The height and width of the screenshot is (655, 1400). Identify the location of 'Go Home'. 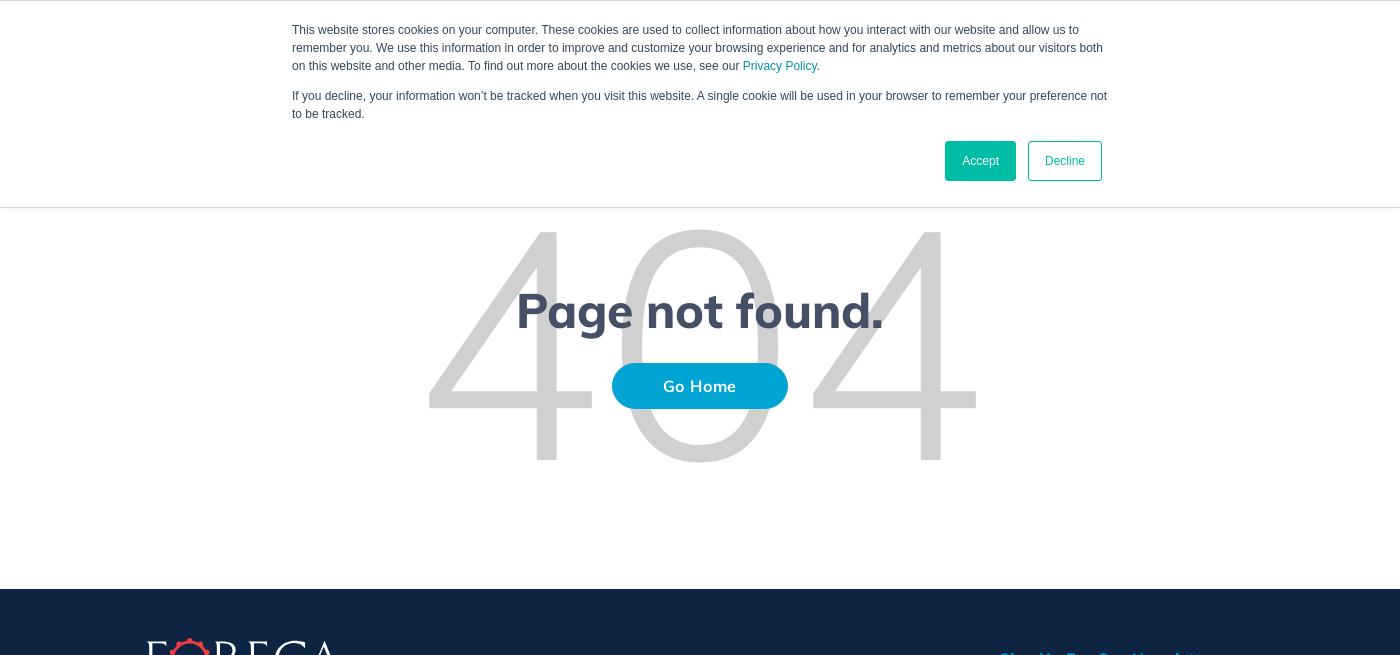
(699, 384).